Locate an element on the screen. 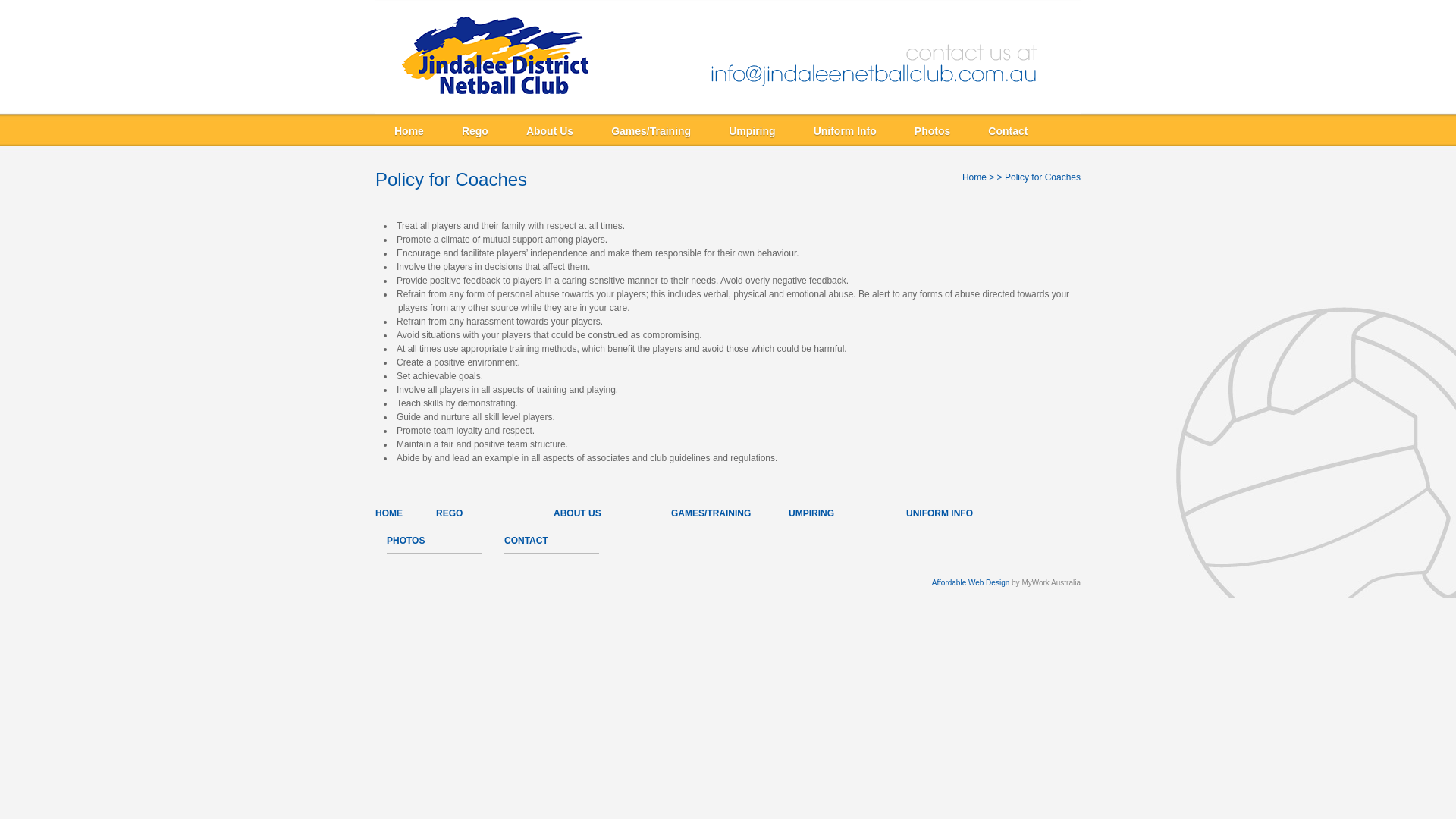 This screenshot has width=1456, height=819. 'REGO' is located at coordinates (448, 513).